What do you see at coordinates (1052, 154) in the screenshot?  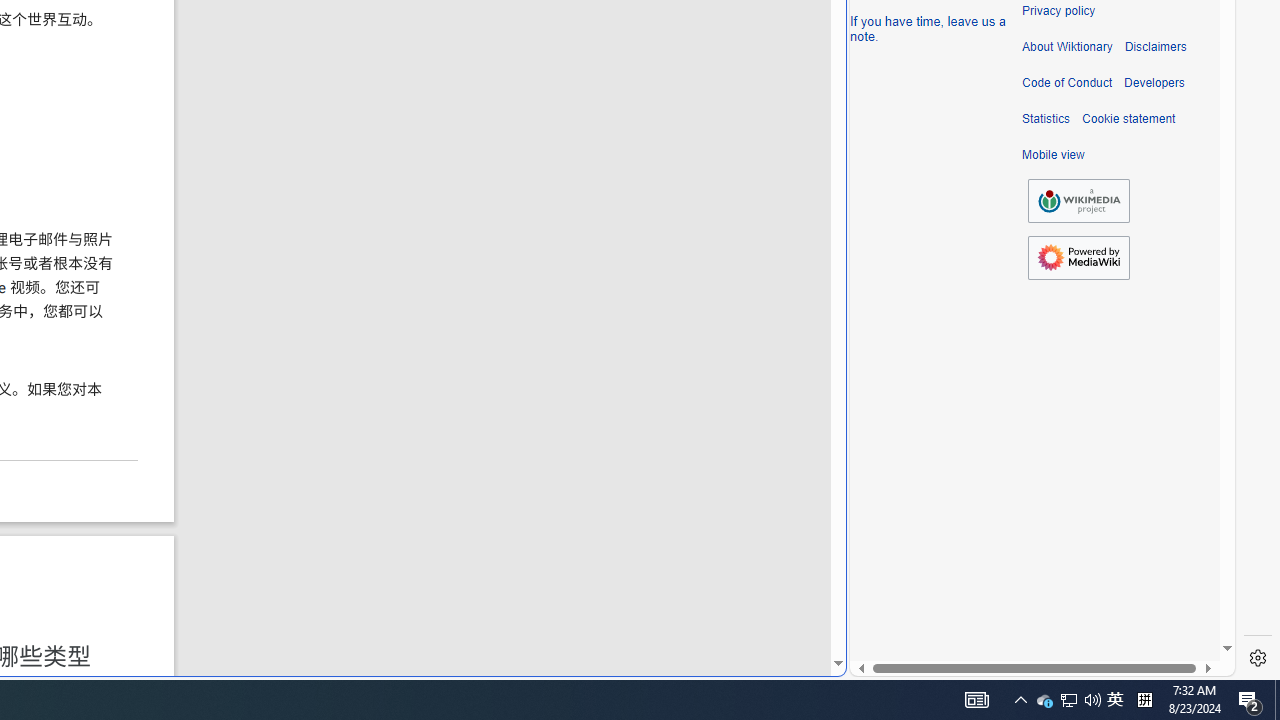 I see `'Mobile view'` at bounding box center [1052, 154].